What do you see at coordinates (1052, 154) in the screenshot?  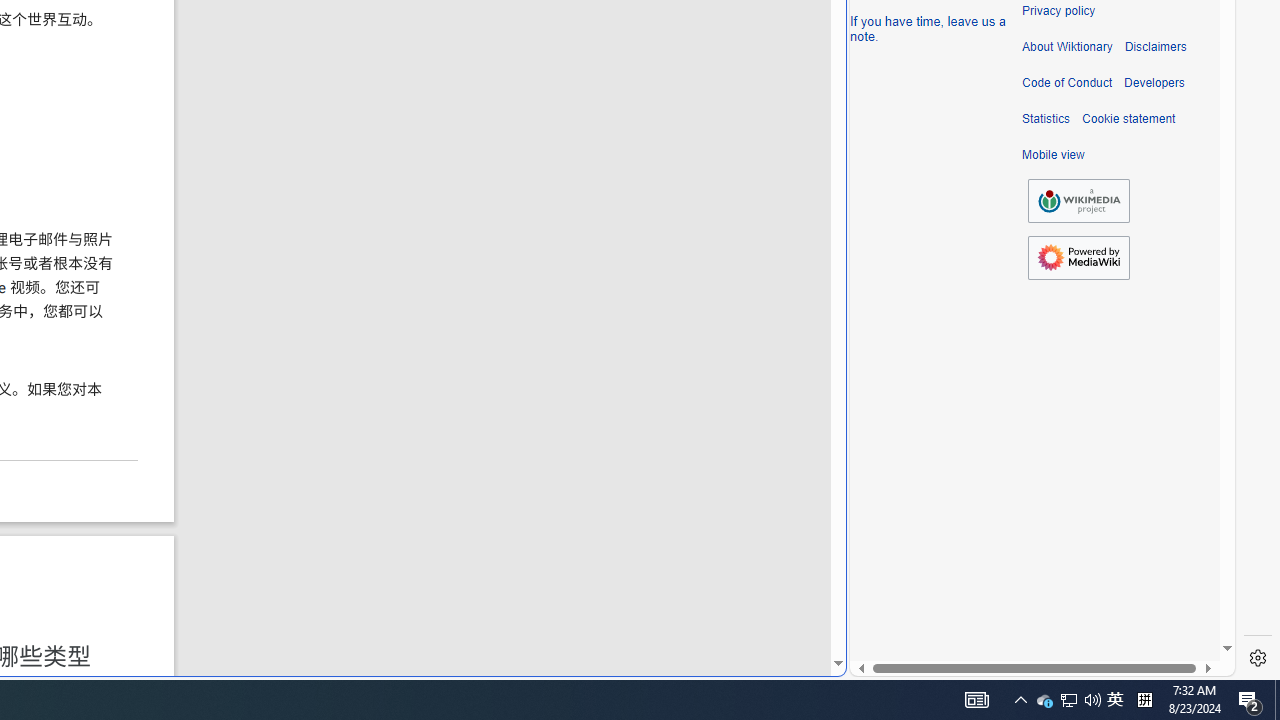 I see `'Mobile view'` at bounding box center [1052, 154].